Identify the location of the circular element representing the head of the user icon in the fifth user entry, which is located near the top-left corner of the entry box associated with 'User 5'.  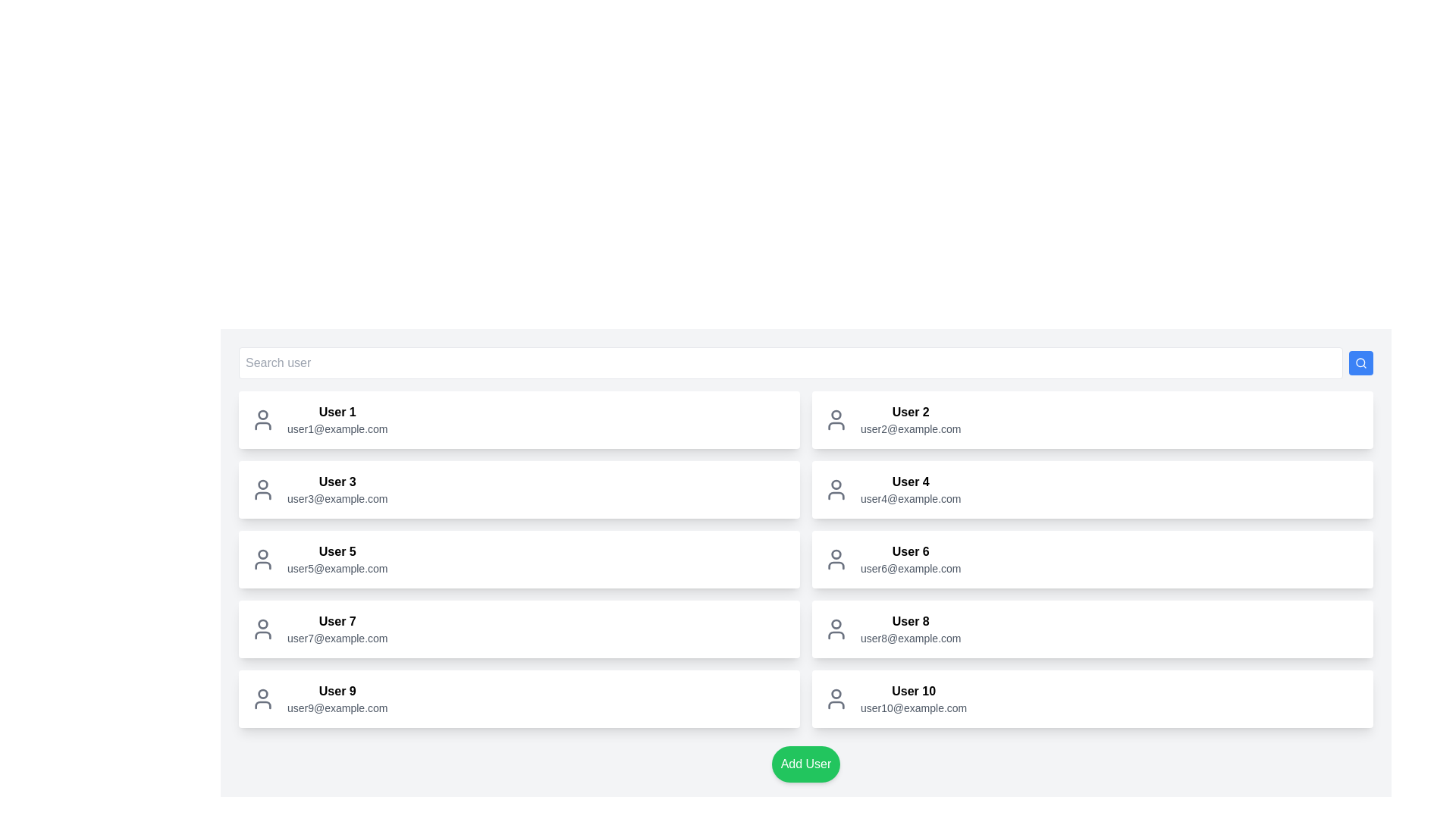
(262, 554).